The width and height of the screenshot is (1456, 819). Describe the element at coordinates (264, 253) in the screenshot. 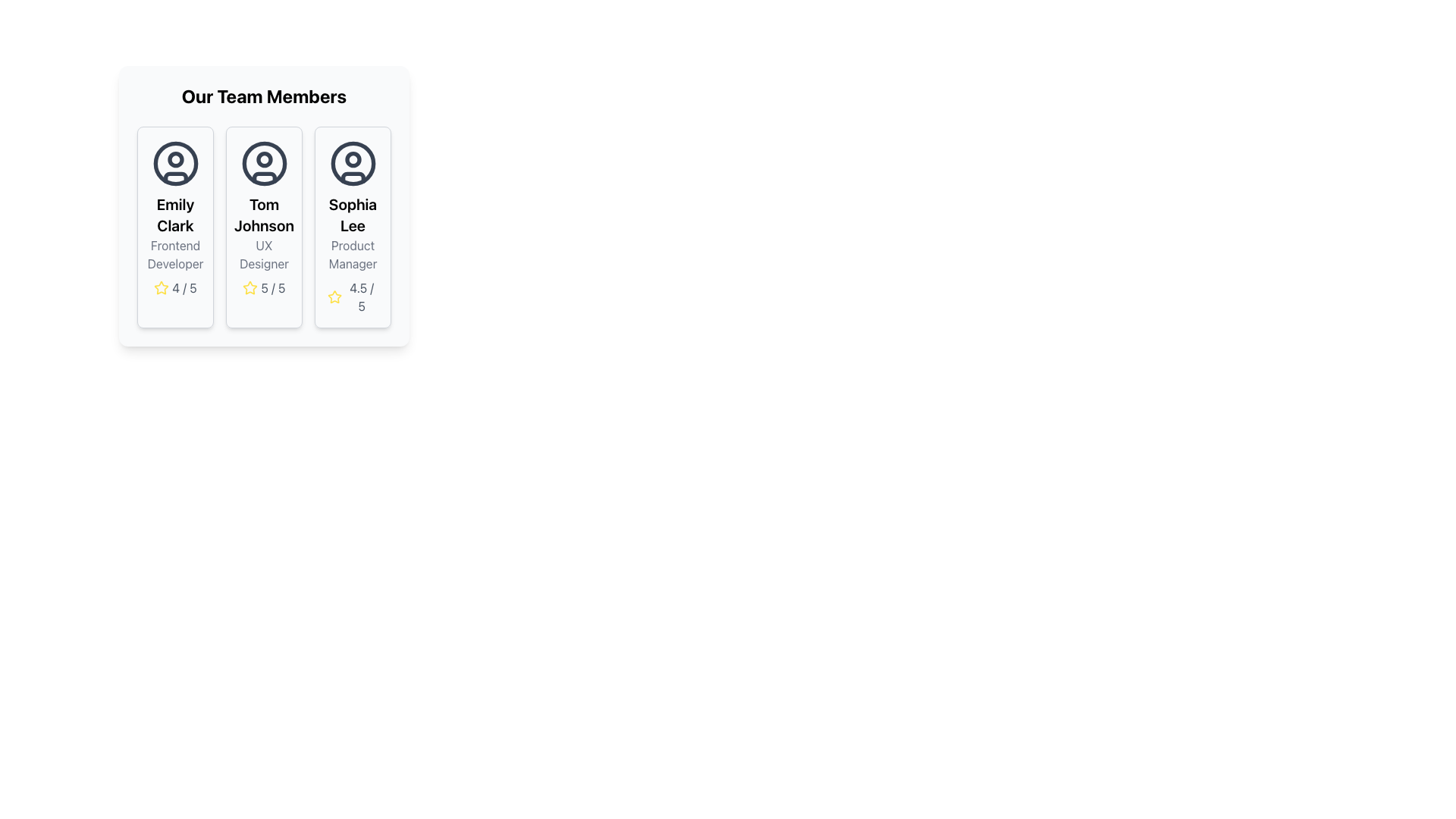

I see `the Text Label displaying the job title 'UX Designer' for the individual 'Tom Johnson', which is located between the name and the rating in the middle card of a three-card layout` at that location.